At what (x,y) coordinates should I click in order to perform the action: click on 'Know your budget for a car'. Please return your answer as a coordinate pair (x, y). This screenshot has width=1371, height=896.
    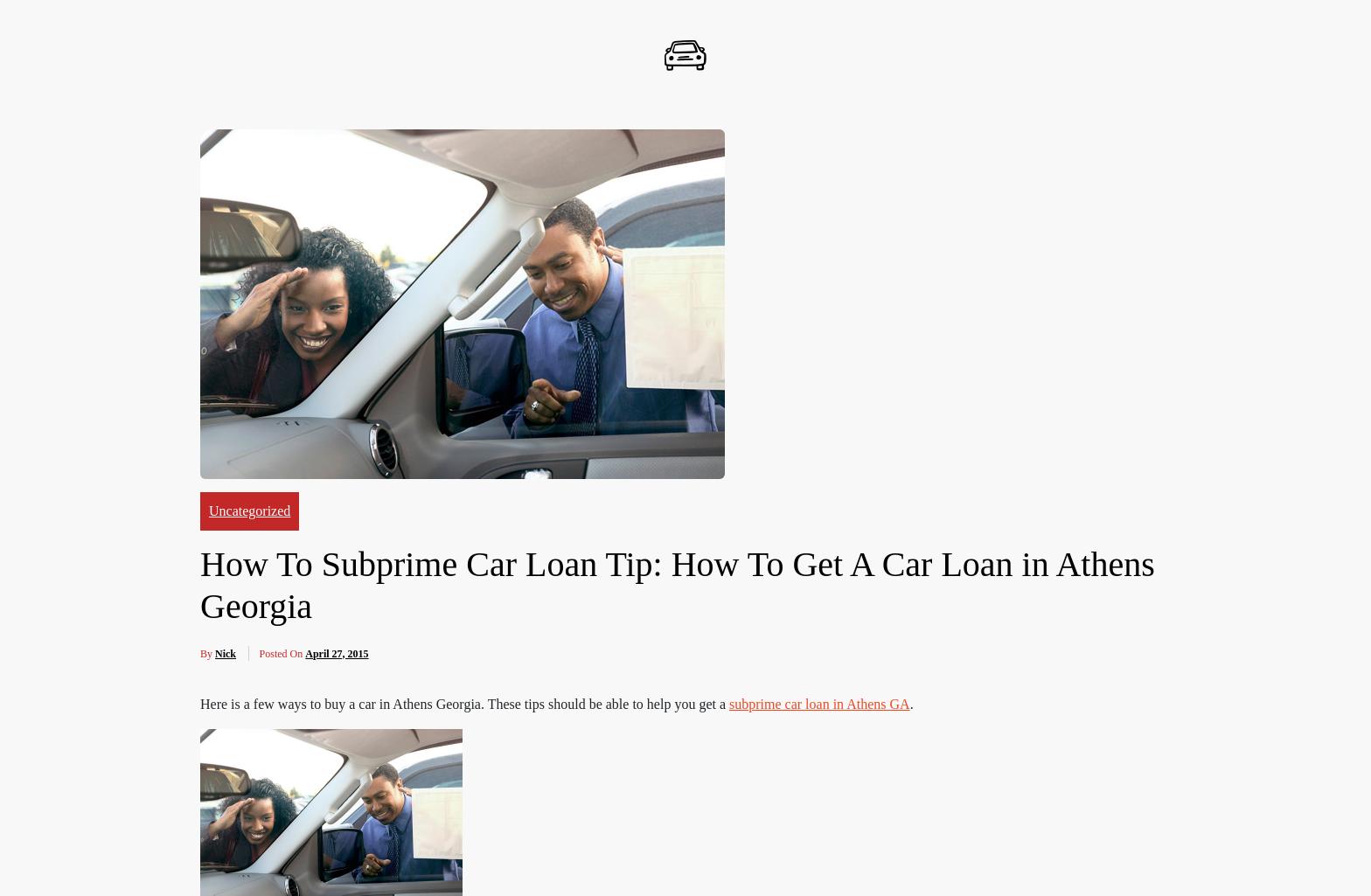
    Looking at the image, I should click on (295, 134).